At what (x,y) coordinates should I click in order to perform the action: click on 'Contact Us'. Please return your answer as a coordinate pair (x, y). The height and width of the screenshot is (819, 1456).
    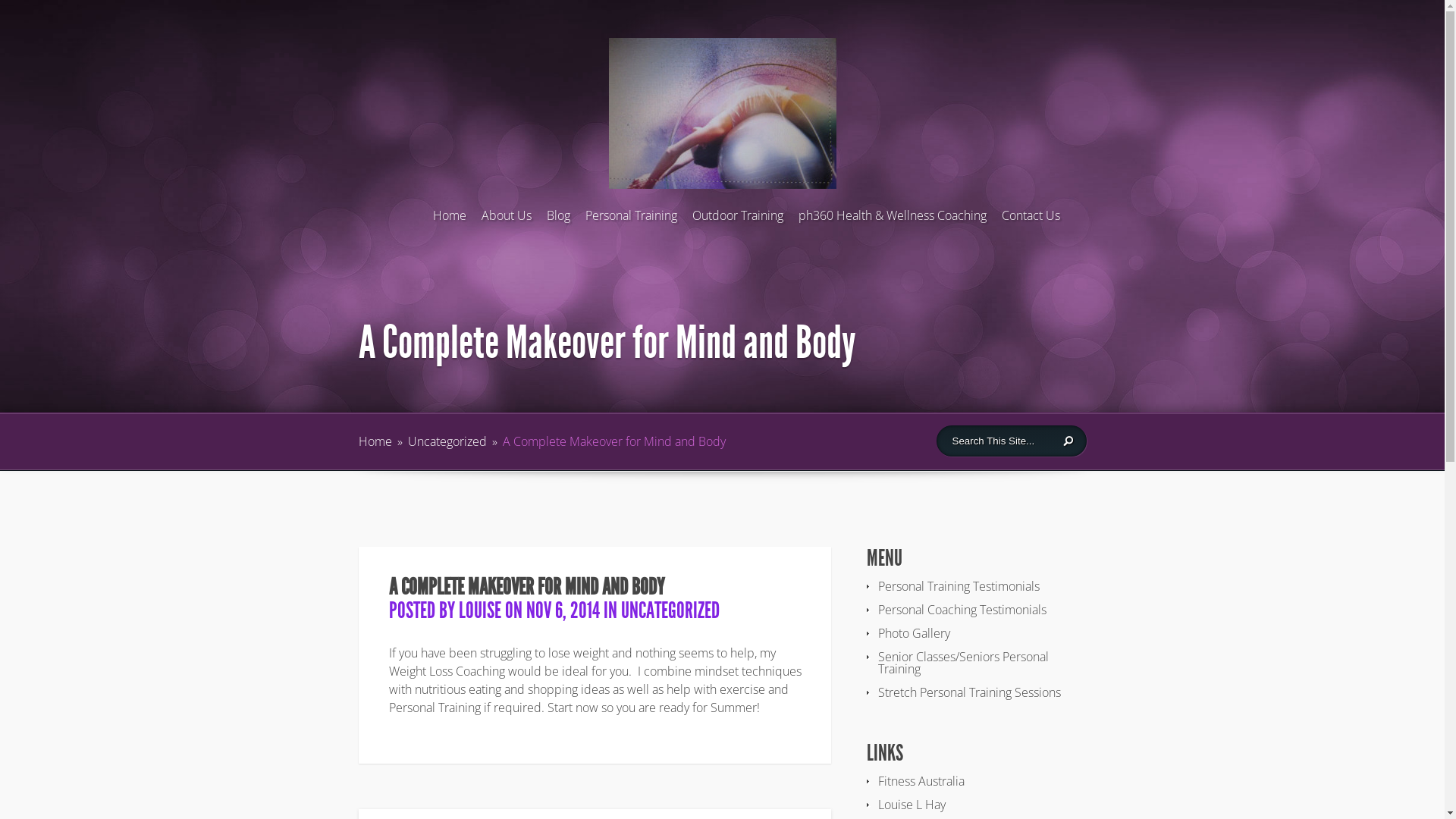
    Looking at the image, I should click on (1030, 219).